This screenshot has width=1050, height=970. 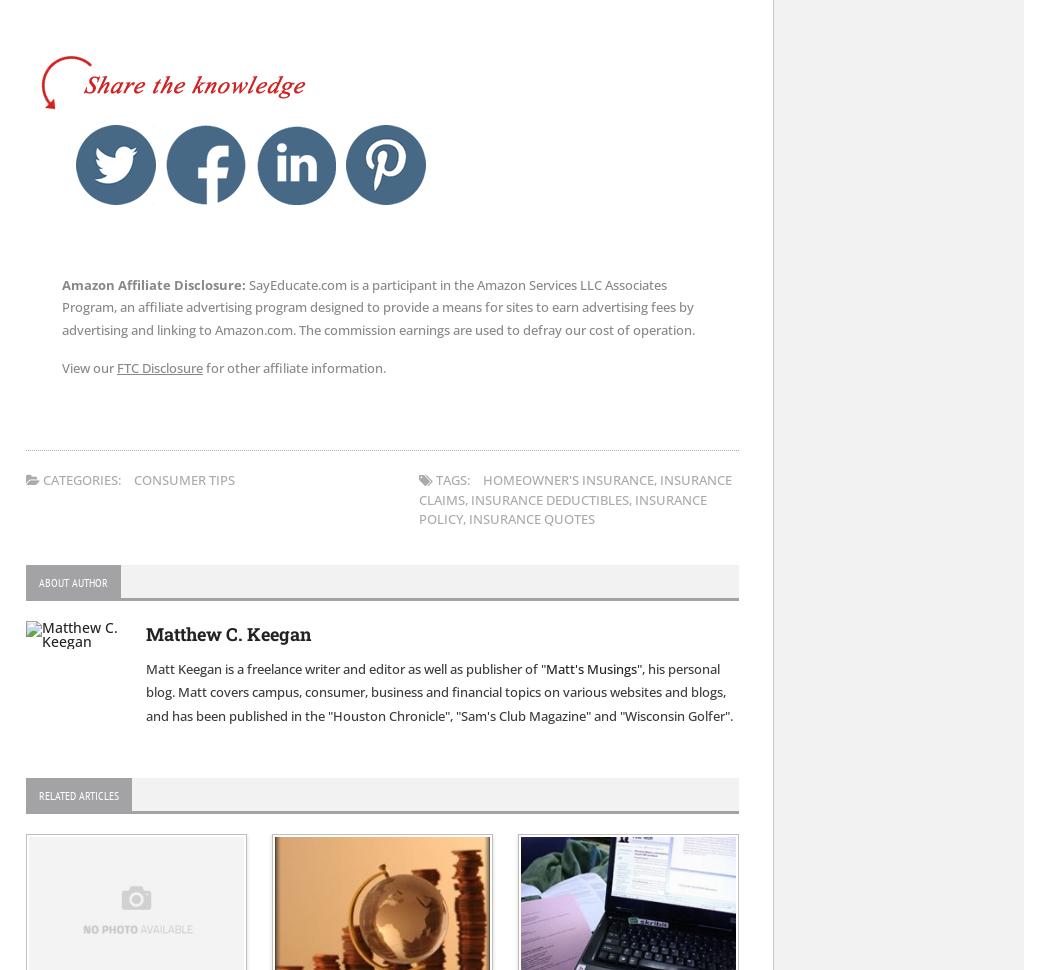 I want to click on 'SayEducate.com is a participant in the Amazon Services LLC Associates Program, an affiliate advertising program designed to provide a means for sites to earn advertising fees by advertising and linking to Amazon.com. The commission earnings are used to defray our cost of operation.', so click(x=377, y=307).